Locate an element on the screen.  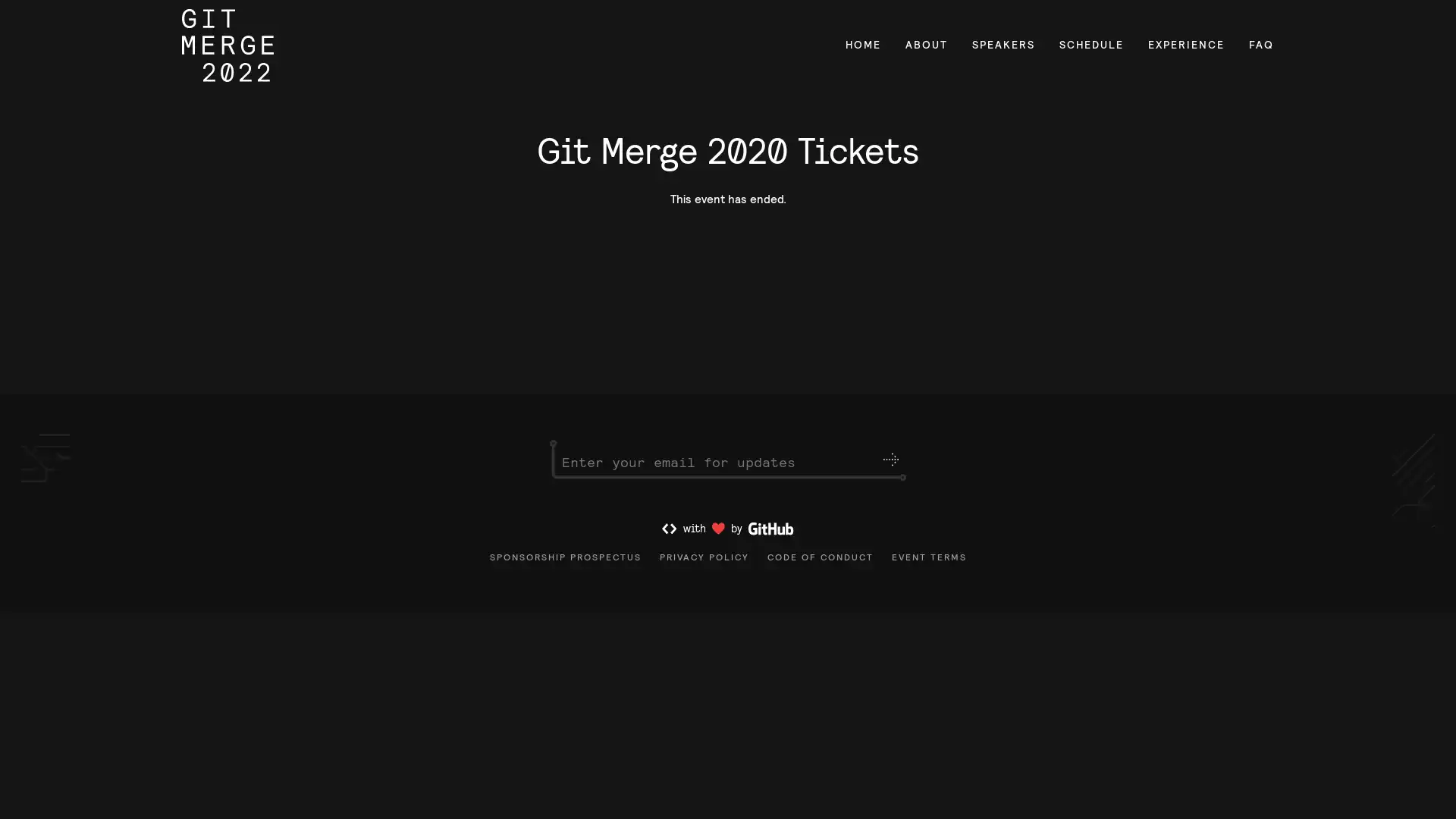
Submit is located at coordinates (890, 467).